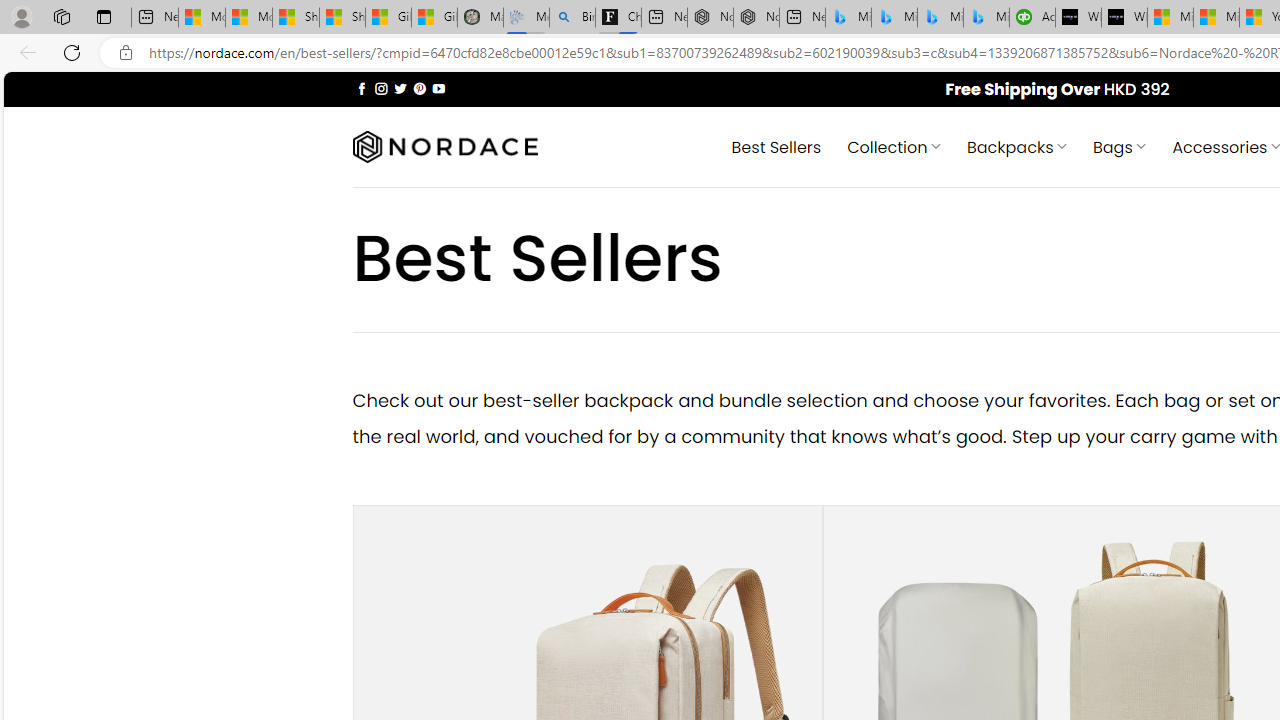 This screenshot has height=720, width=1280. I want to click on '  Best Sellers', so click(775, 145).